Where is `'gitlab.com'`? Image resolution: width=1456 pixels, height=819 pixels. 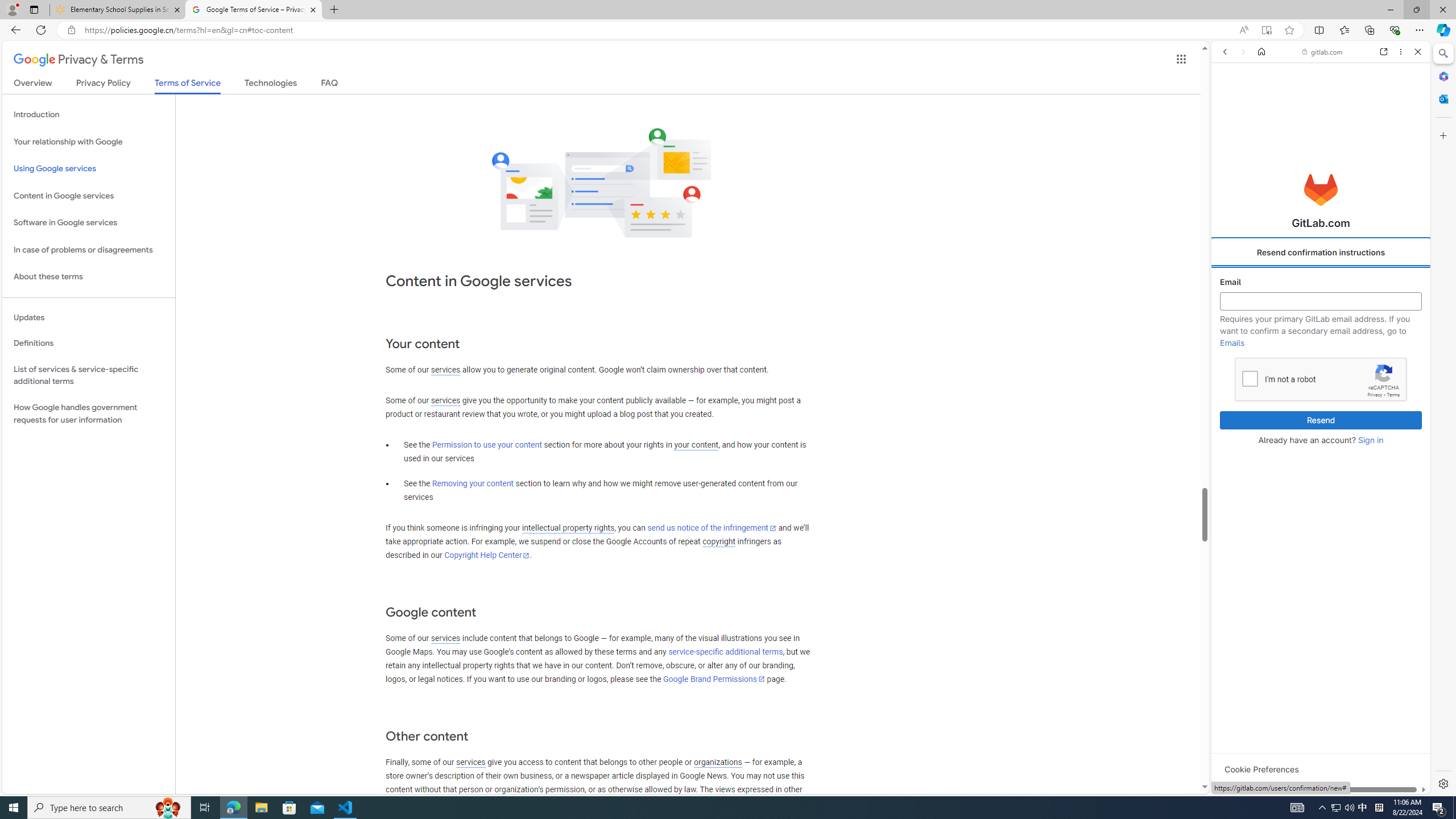
'gitlab.com' is located at coordinates (1323, 52).